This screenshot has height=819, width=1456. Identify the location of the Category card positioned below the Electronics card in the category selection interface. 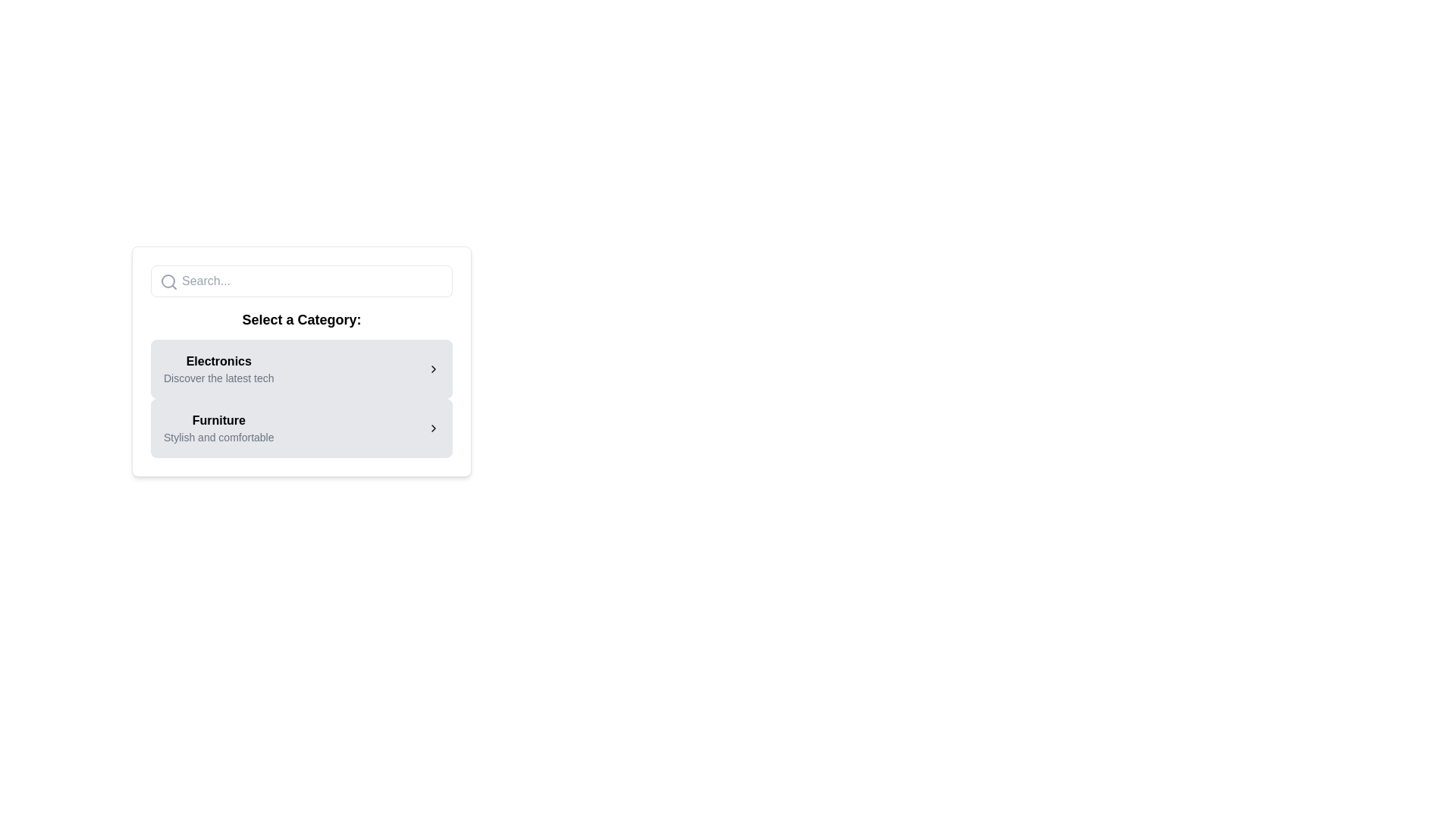
(302, 428).